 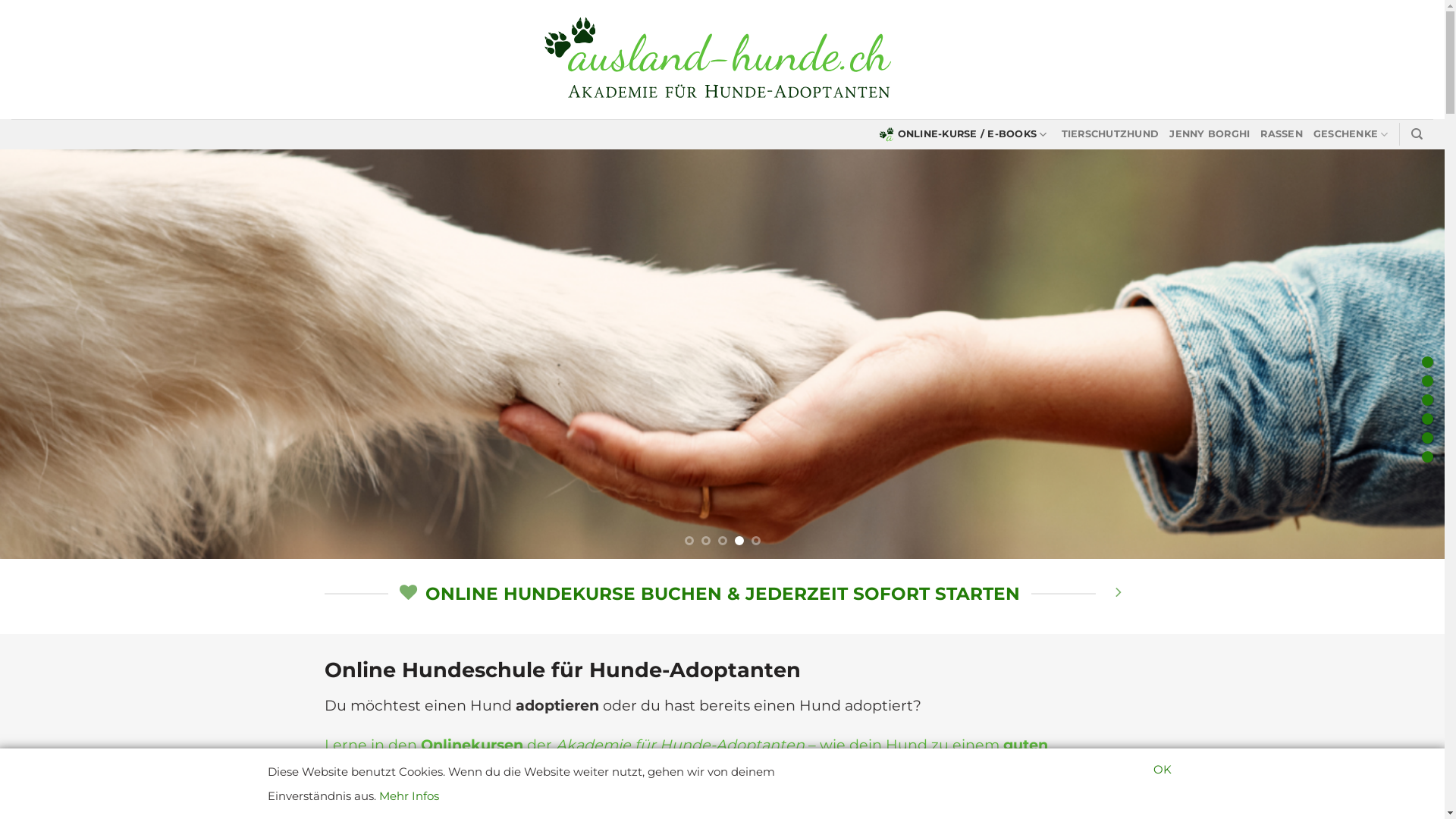 What do you see at coordinates (1160, 769) in the screenshot?
I see `'OK'` at bounding box center [1160, 769].